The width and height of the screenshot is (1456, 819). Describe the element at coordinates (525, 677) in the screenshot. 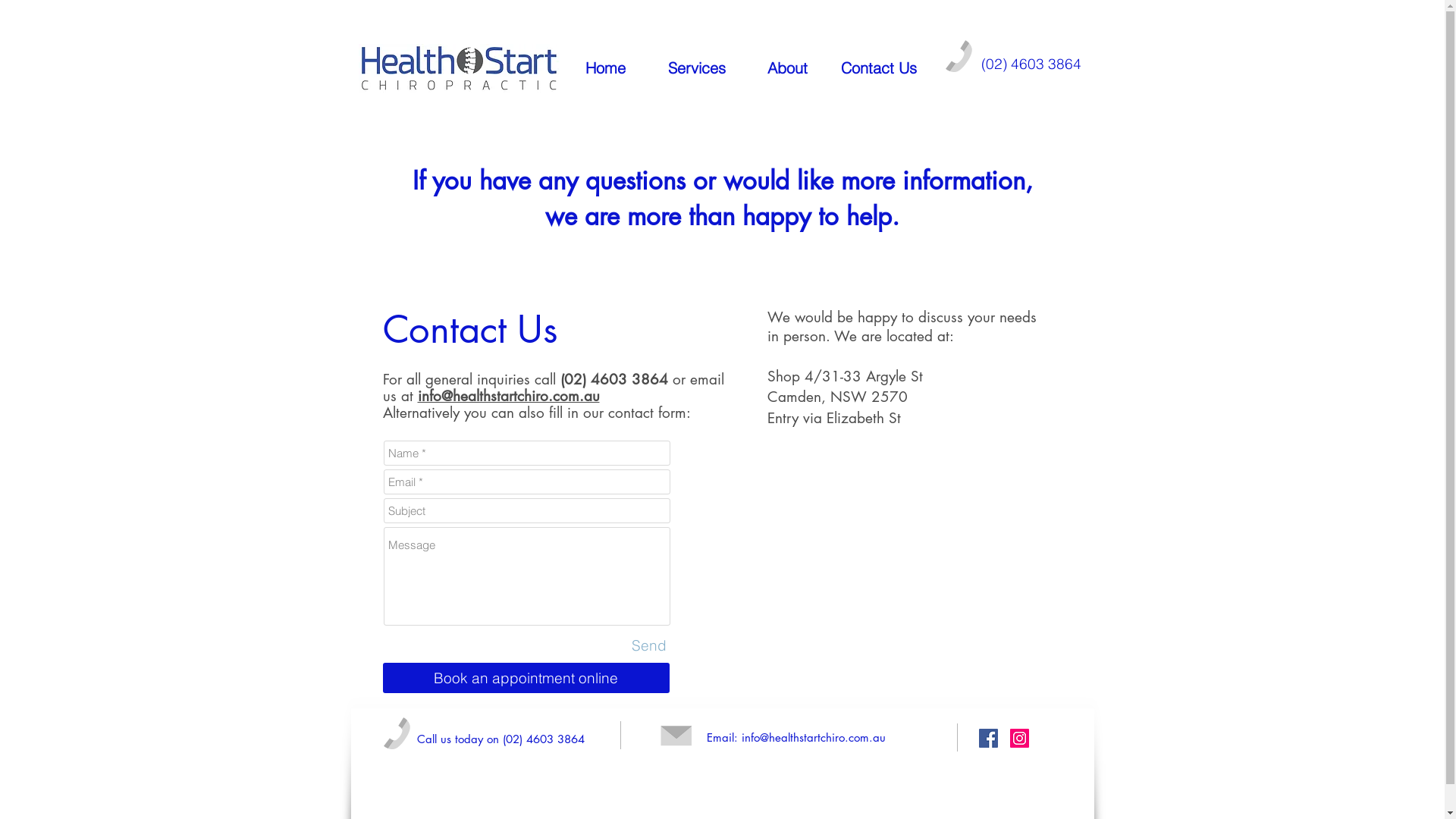

I see `'Book an appointment online'` at that location.